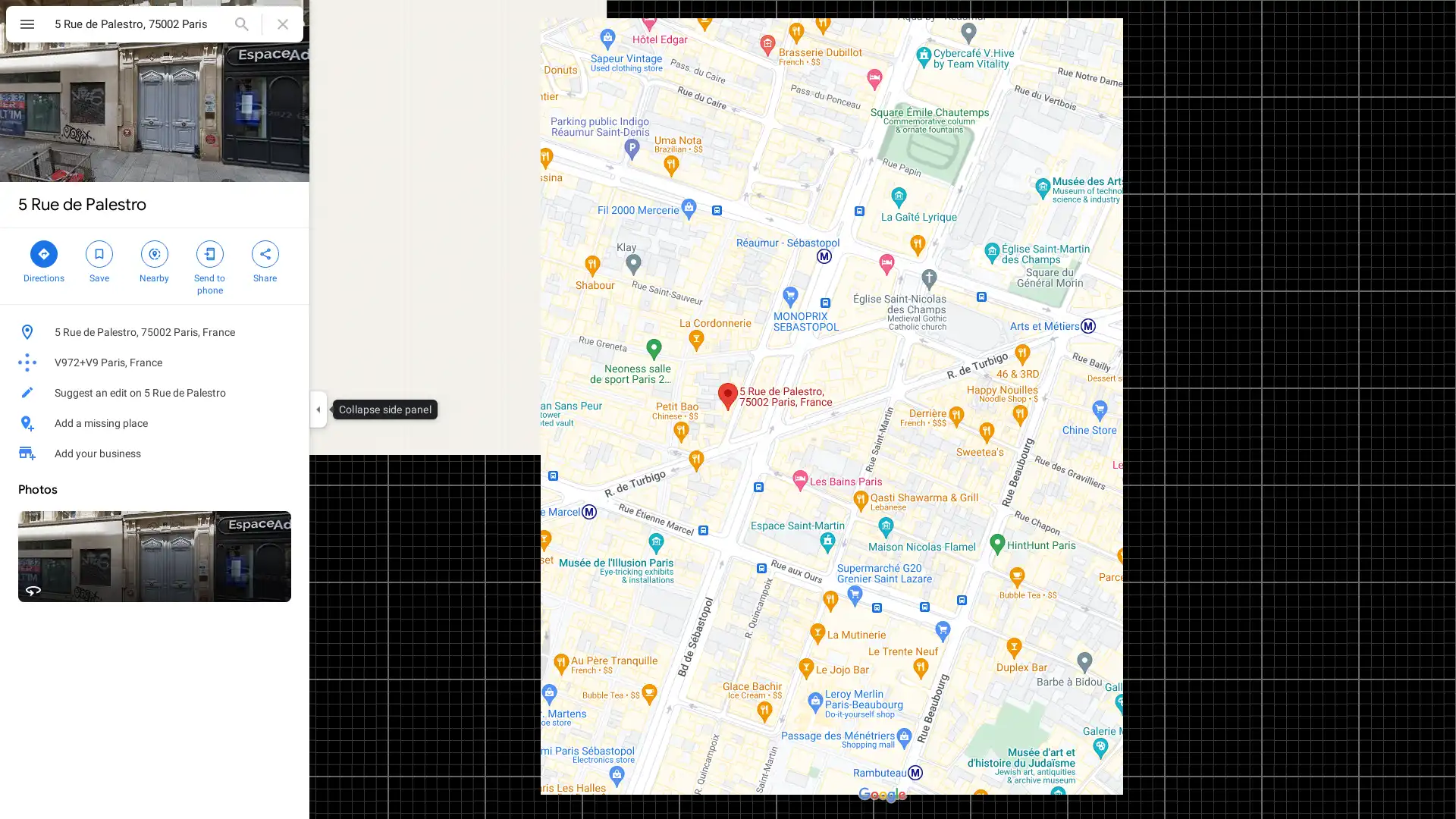 This screenshot has width=1456, height=819. I want to click on Search nearby 5 Rue de Palestro, so click(154, 259).